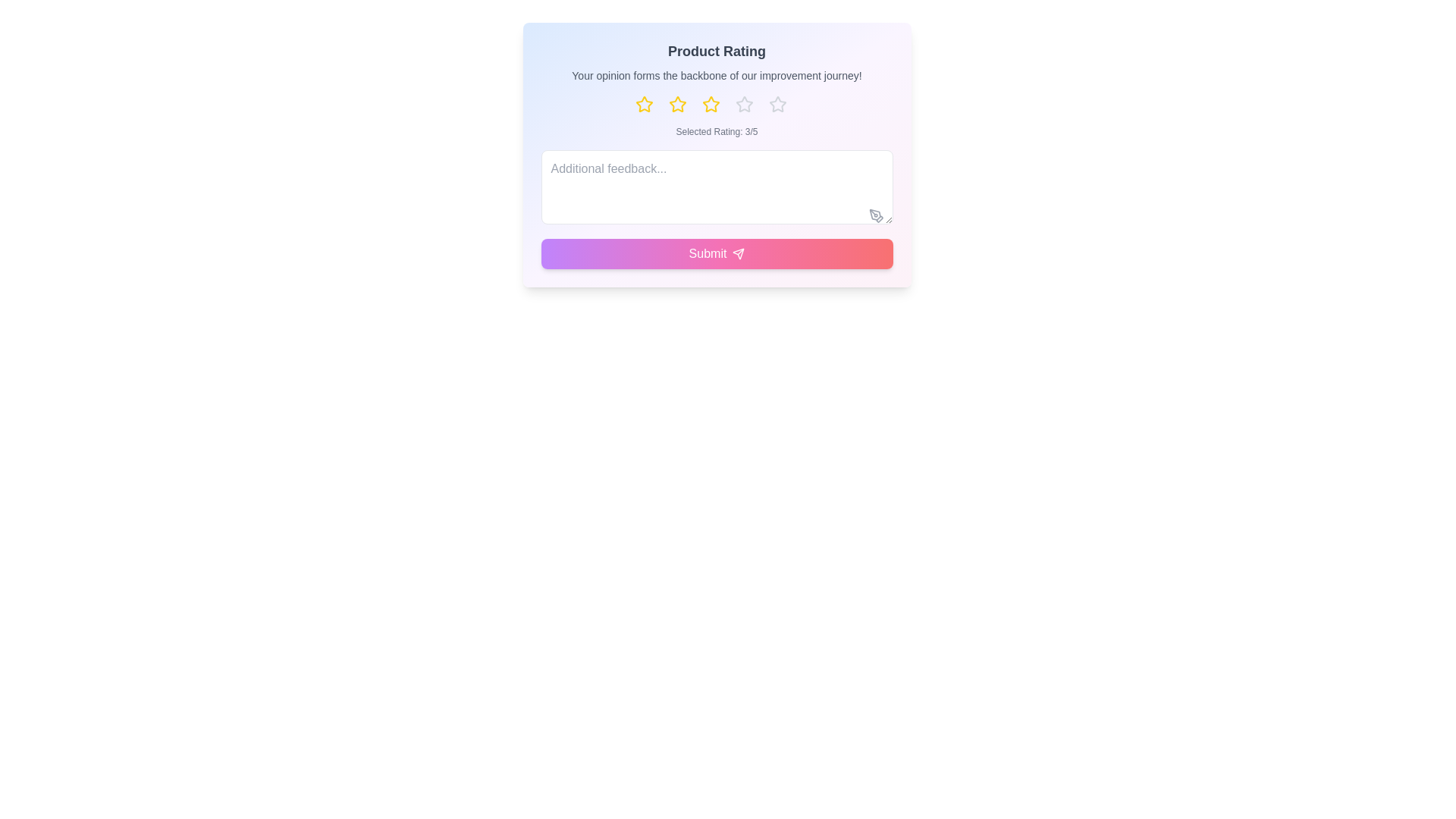  Describe the element at coordinates (682, 104) in the screenshot. I see `the star button to set the rating to 2` at that location.